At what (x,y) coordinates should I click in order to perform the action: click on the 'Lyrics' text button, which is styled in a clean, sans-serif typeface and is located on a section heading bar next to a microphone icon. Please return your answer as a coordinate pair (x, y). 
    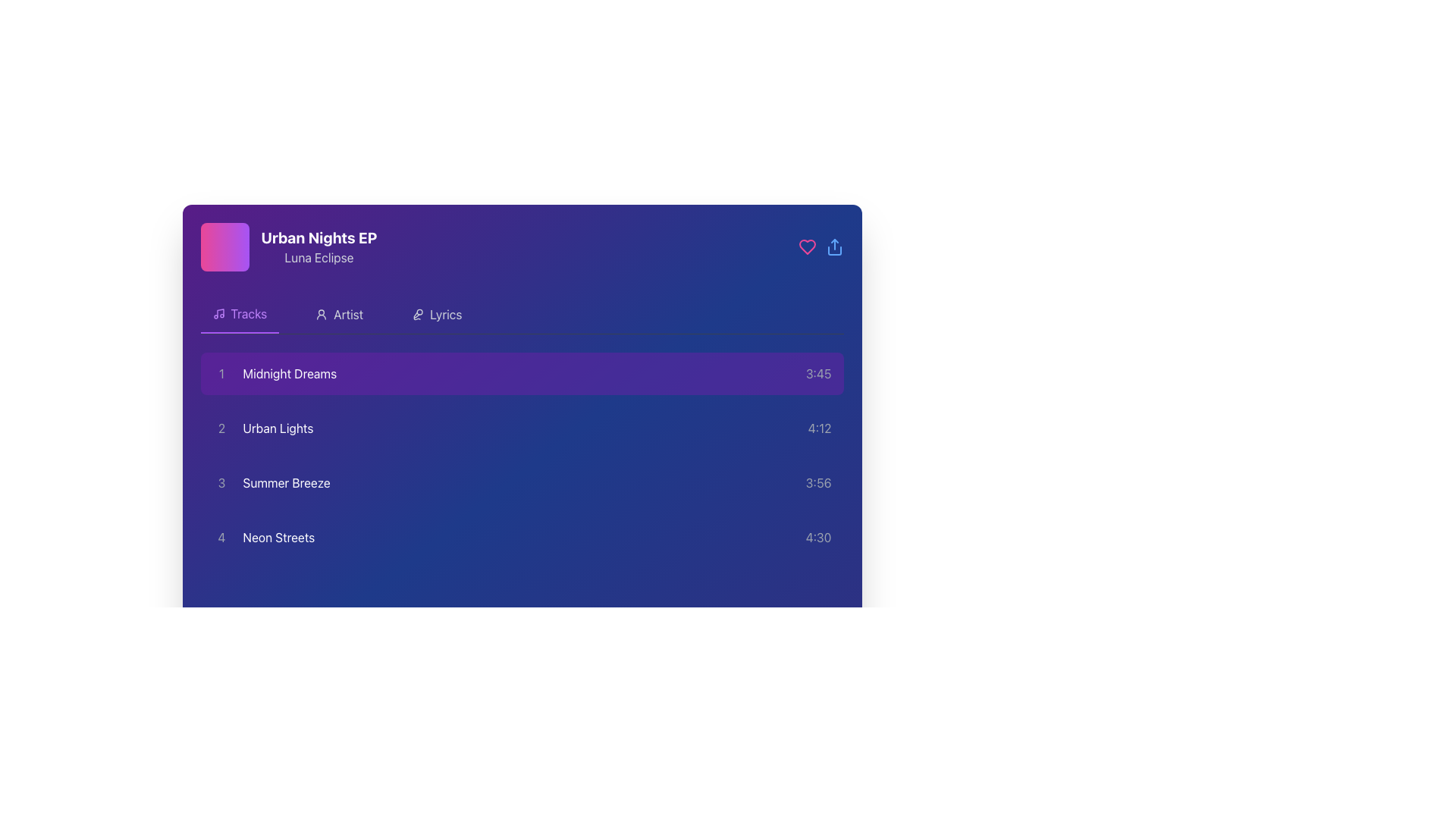
    Looking at the image, I should click on (445, 314).